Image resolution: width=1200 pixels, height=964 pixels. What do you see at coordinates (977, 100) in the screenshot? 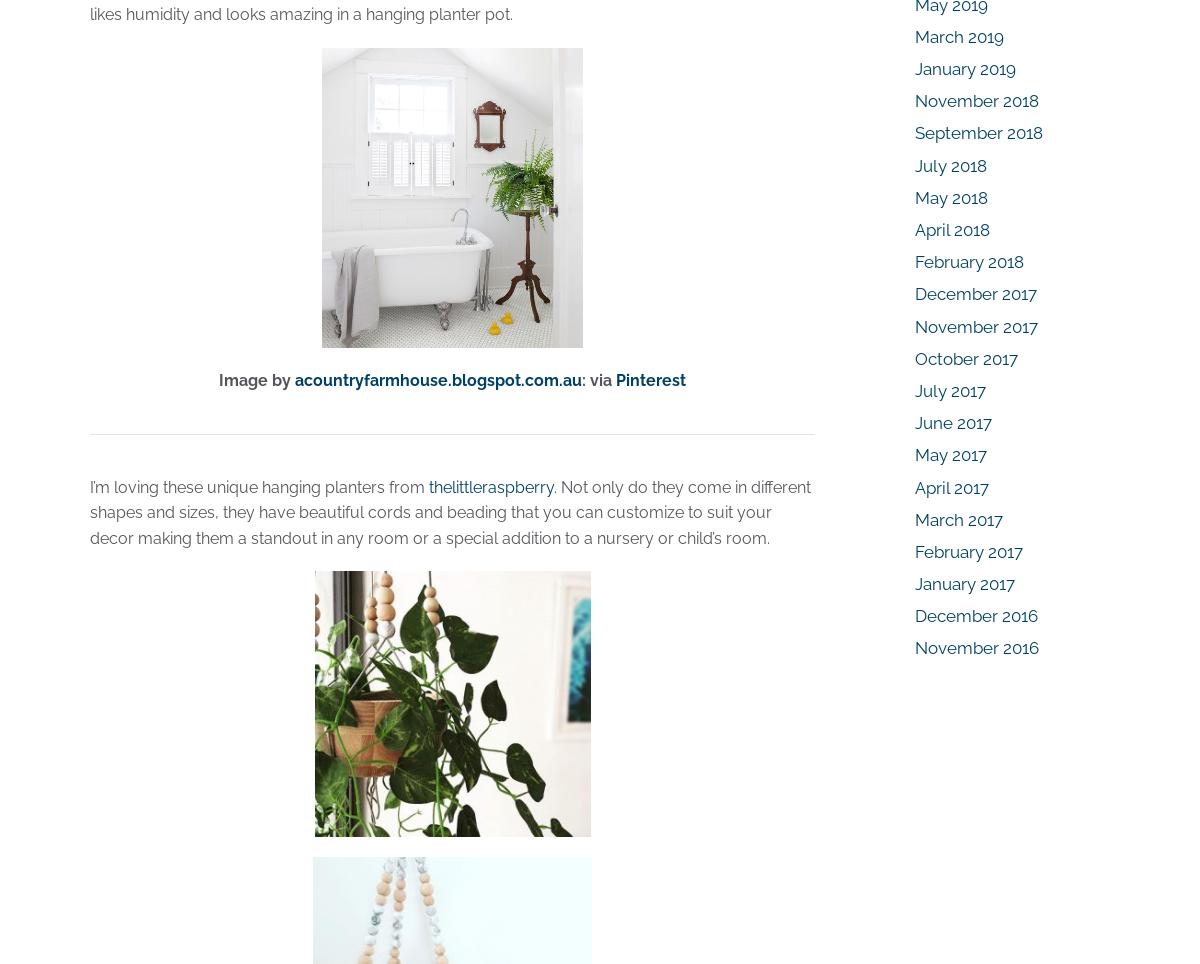
I see `'November 2018'` at bounding box center [977, 100].